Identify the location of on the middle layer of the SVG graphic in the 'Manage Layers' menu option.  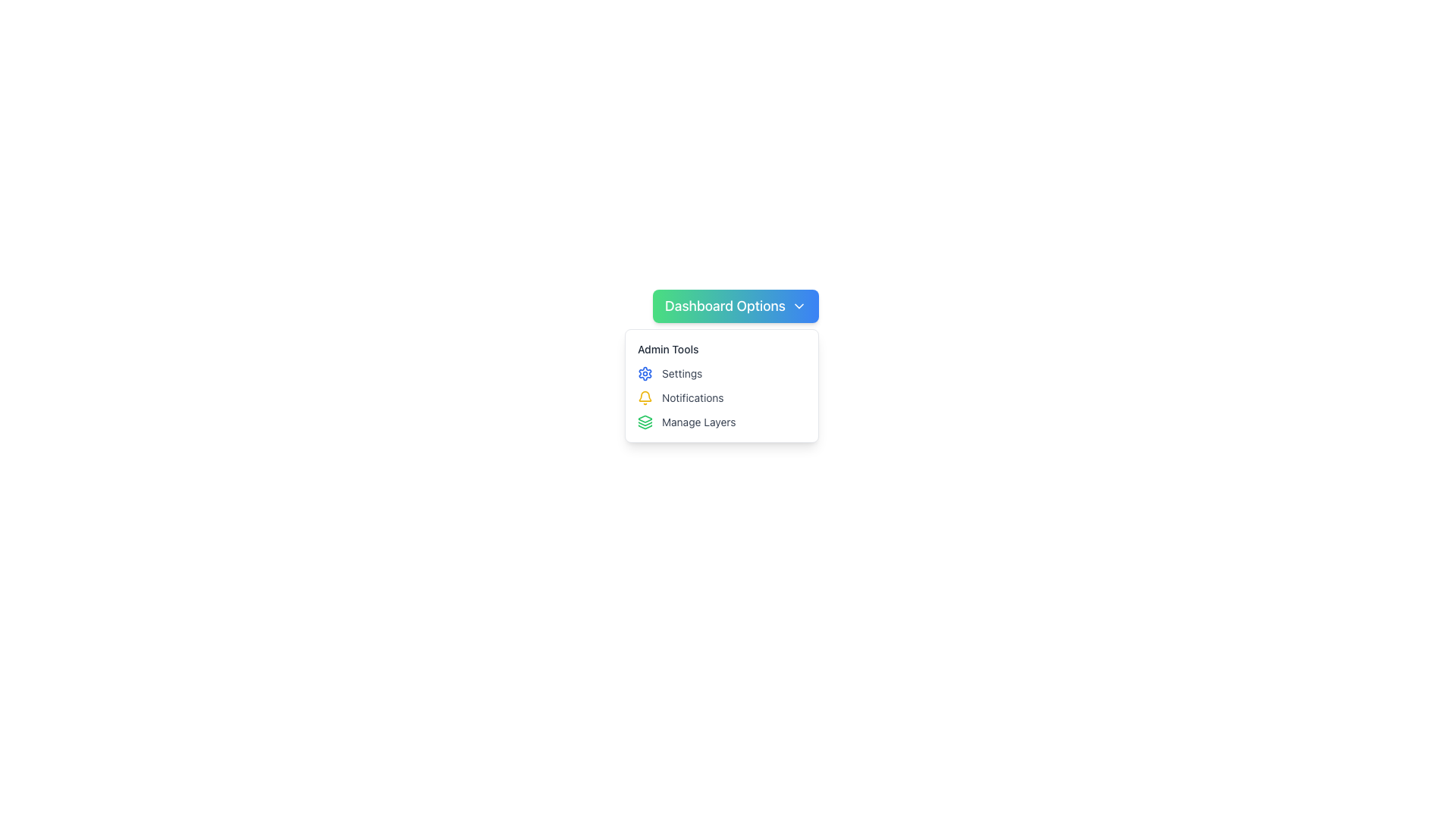
(645, 424).